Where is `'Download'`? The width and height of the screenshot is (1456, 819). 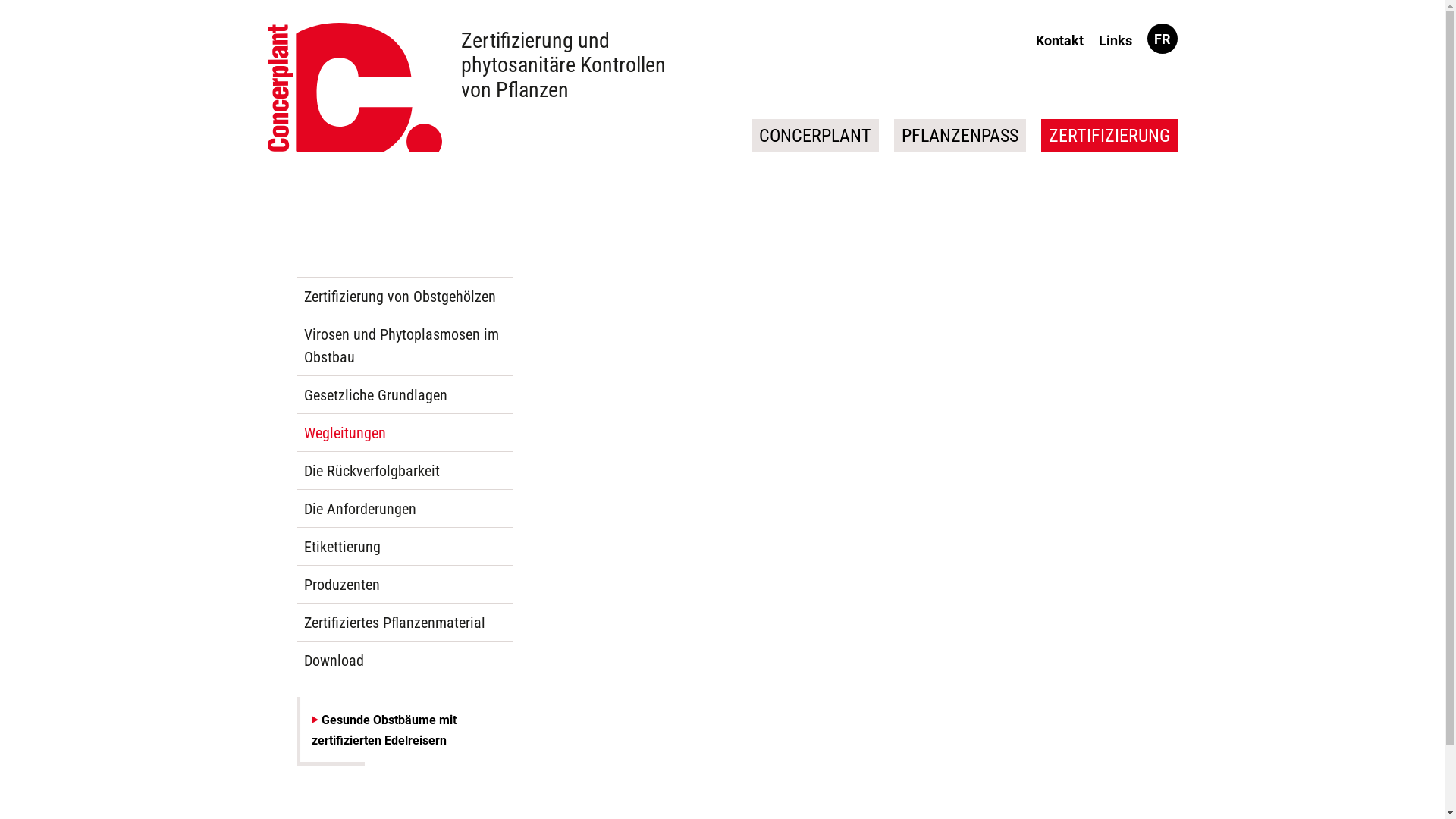 'Download' is located at coordinates (403, 660).